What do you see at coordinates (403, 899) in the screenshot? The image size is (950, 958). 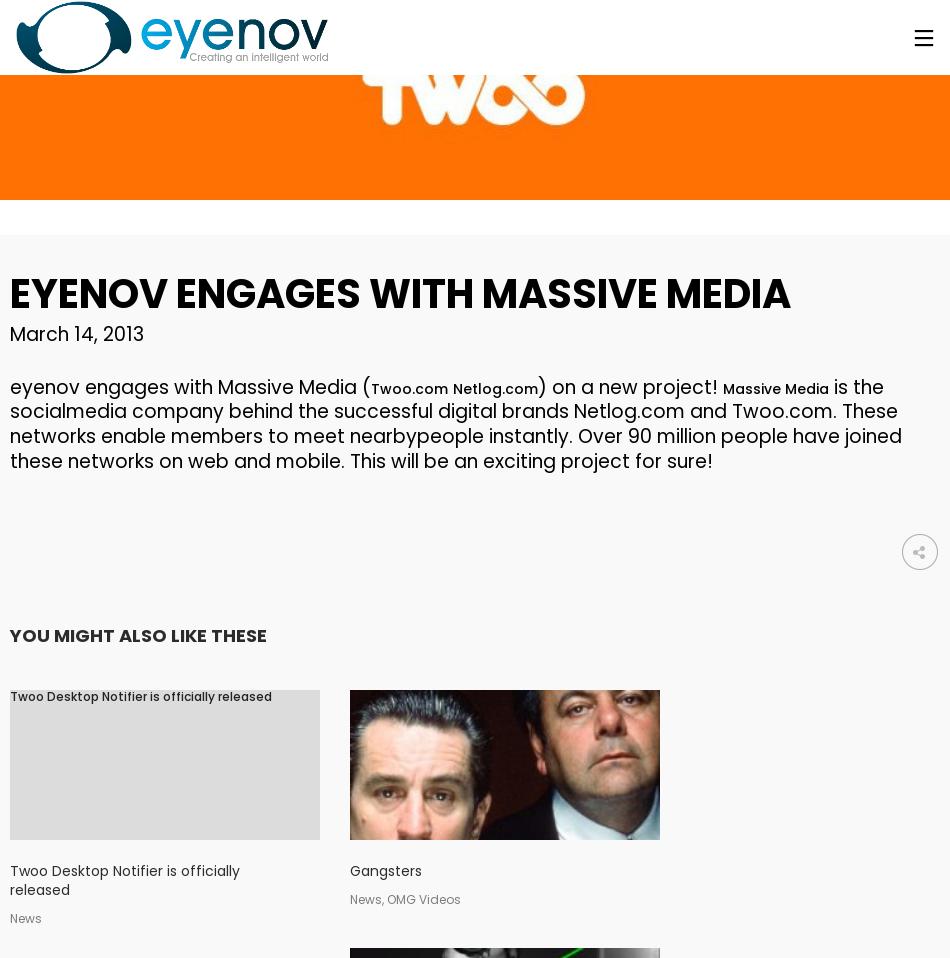 I see `'News, OMG Videos'` at bounding box center [403, 899].